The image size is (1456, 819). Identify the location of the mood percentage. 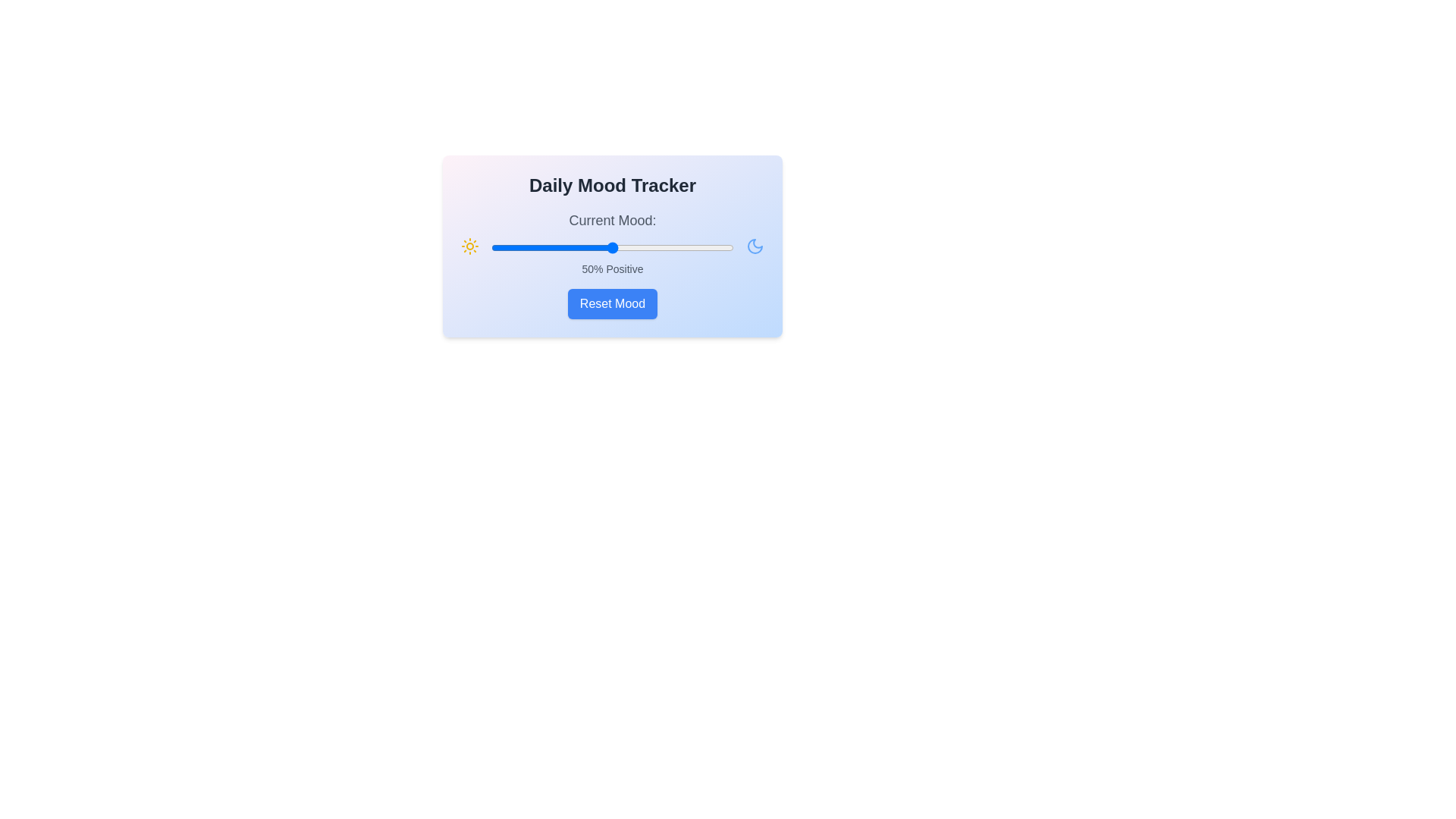
(718, 247).